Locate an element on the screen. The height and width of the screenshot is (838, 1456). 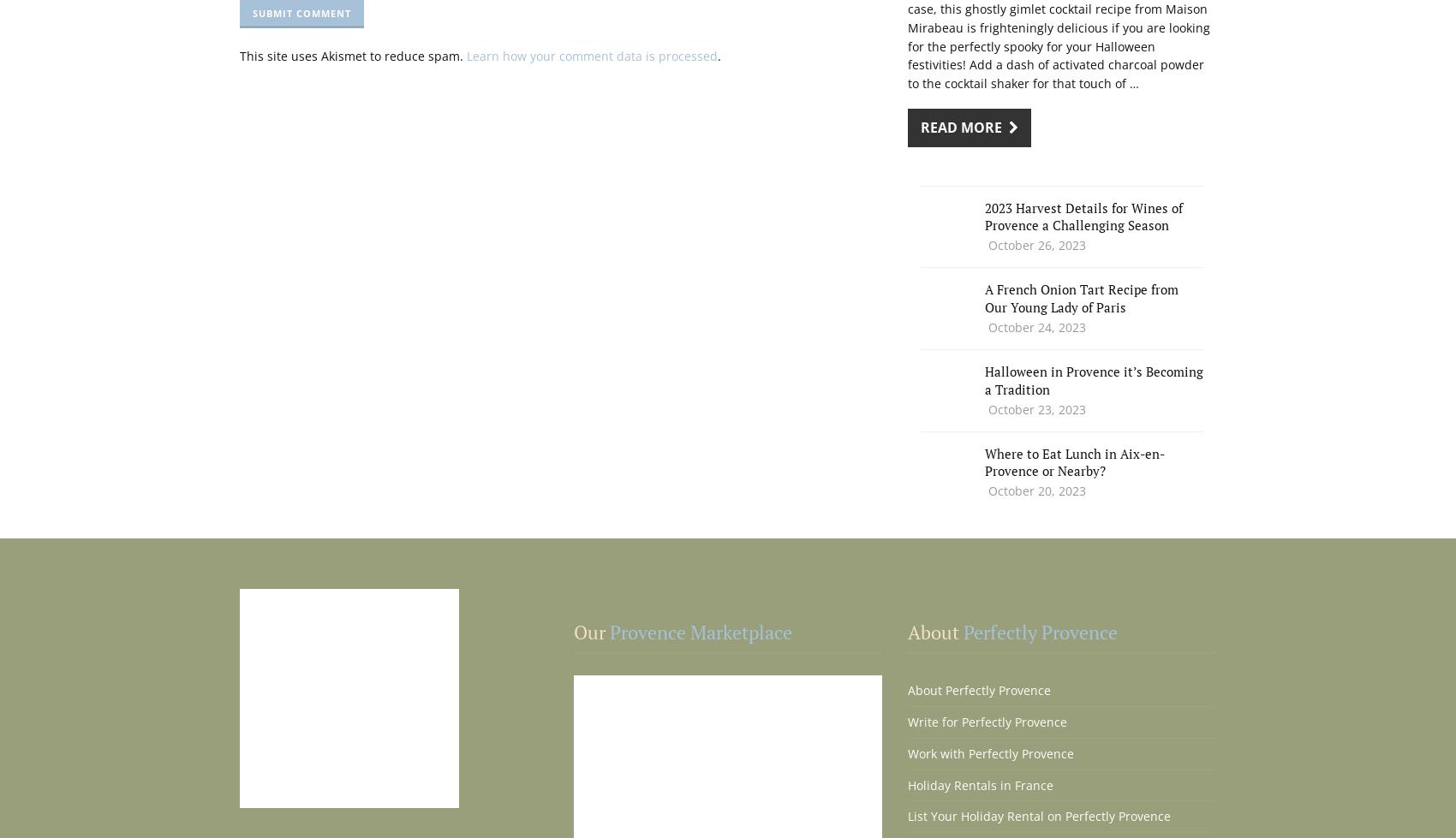
'Provence Marketplace' is located at coordinates (700, 631).